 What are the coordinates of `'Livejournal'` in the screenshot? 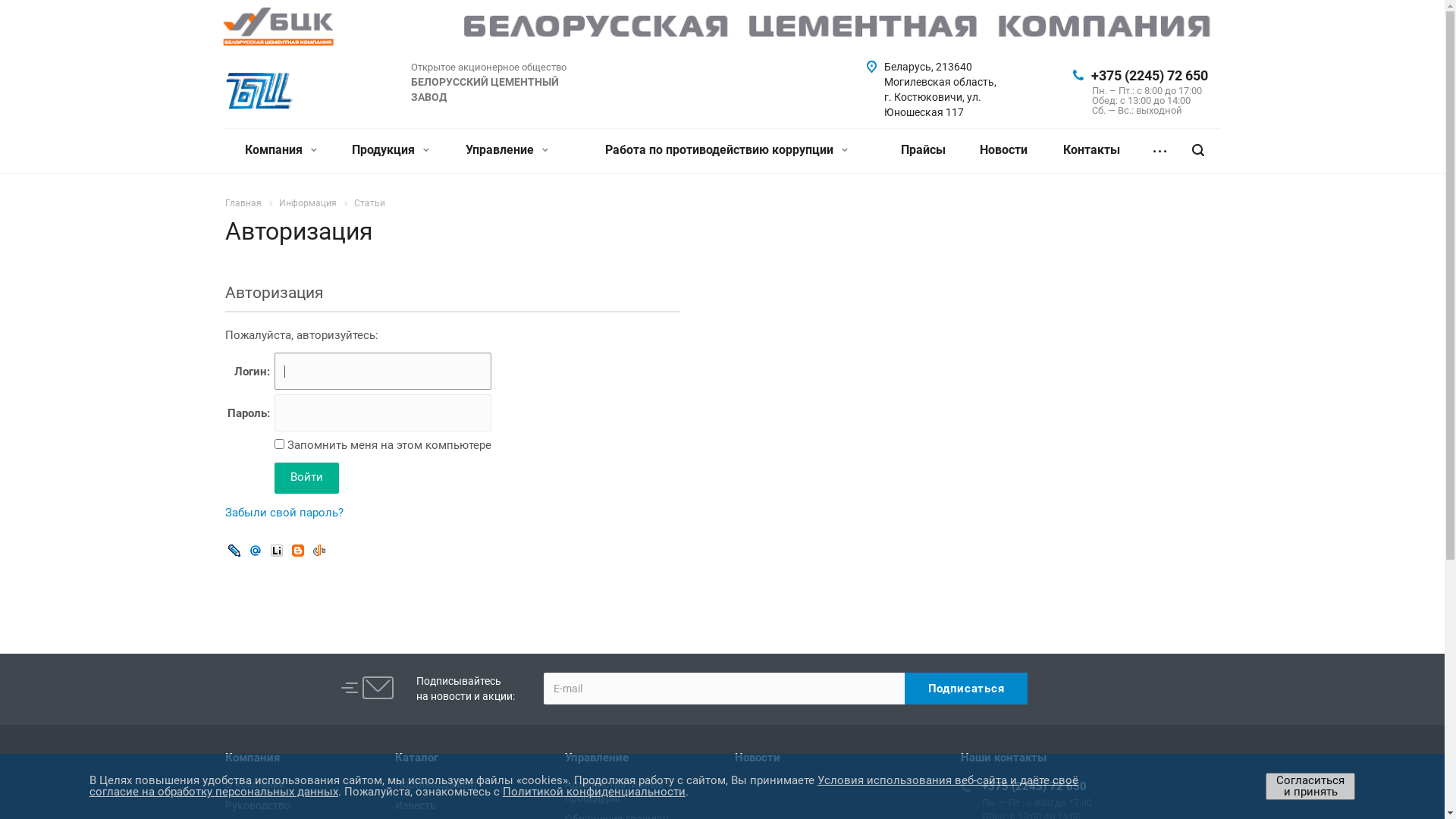 It's located at (233, 550).